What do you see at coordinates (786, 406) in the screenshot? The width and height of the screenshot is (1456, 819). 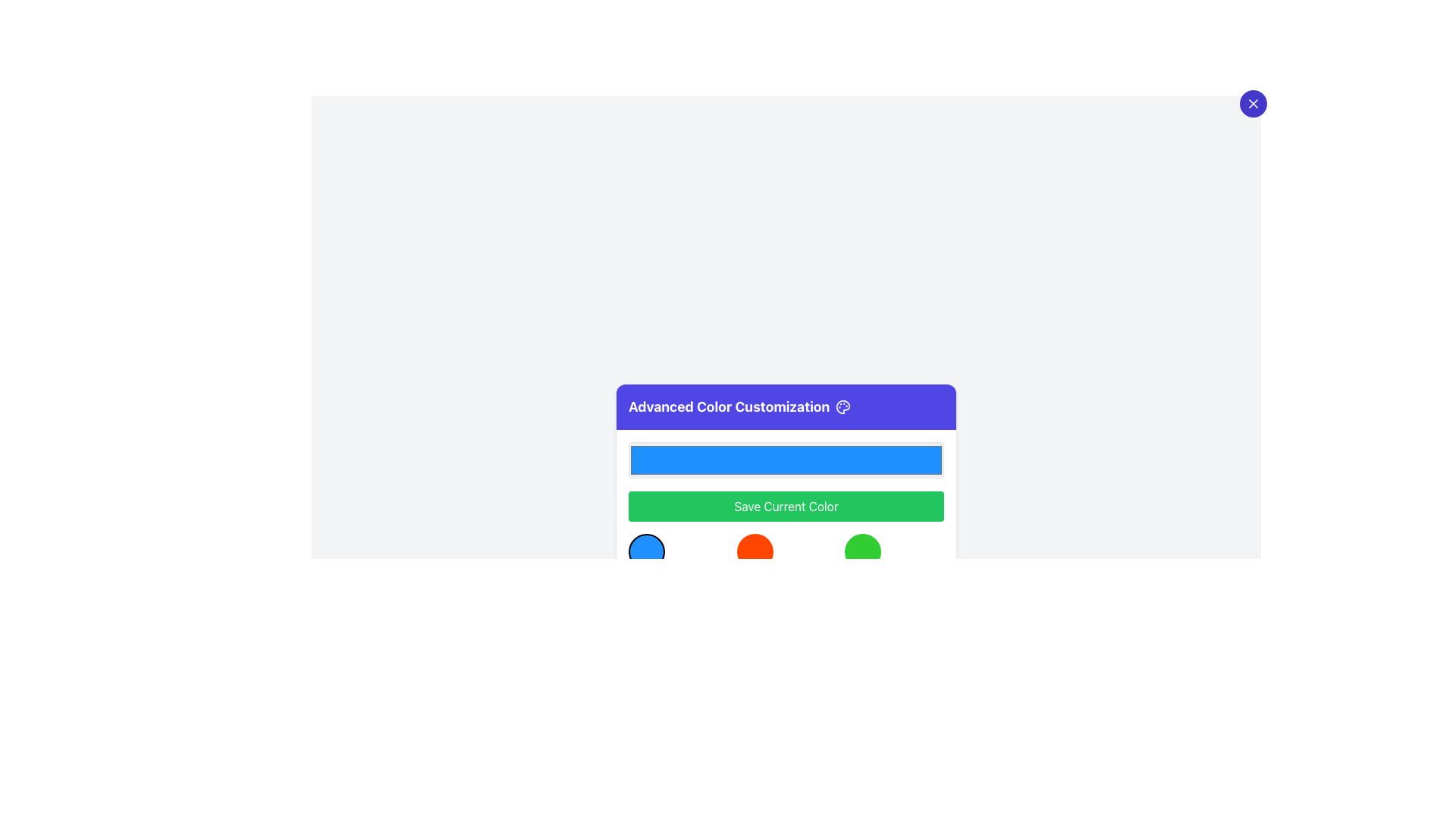 I see `the header labeled 'Advanced Color Customization' with a palette icon, which is prominently displayed at the top of the modal with an indigo blue background` at bounding box center [786, 406].